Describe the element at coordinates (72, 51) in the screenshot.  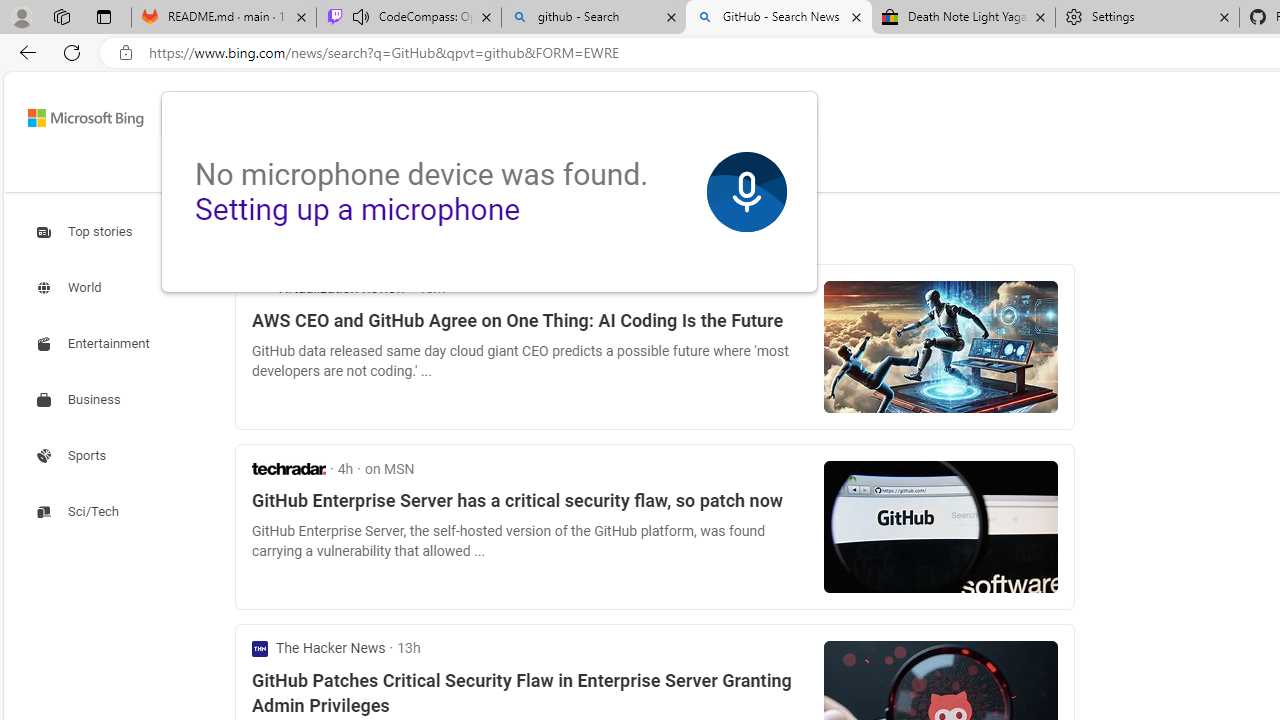
I see `'Refresh'` at that location.